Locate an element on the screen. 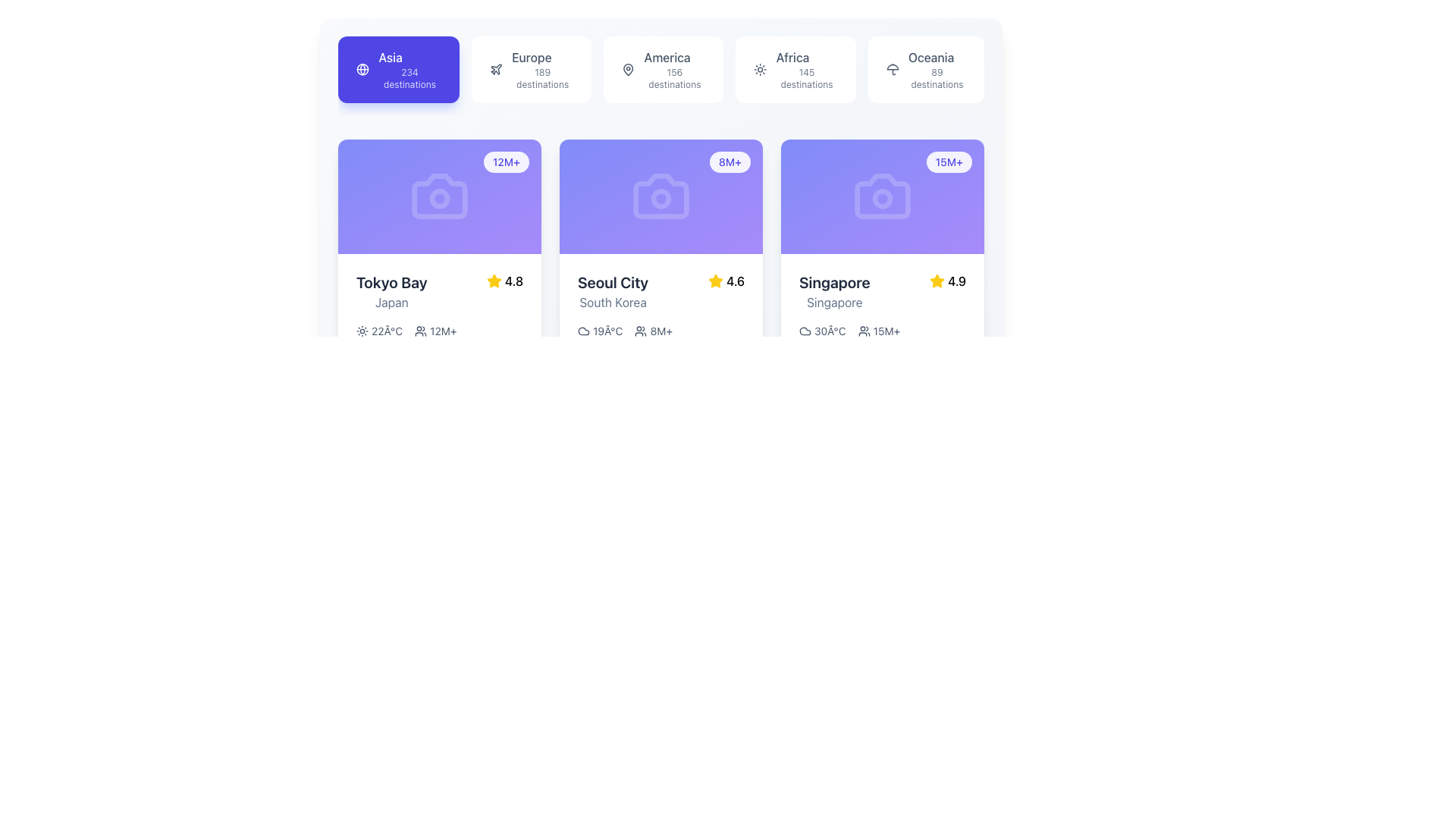  the text label displaying '8M+' paired with a group icon, located in the second column of the three-item horizontal grid layout below the main title and subtitle of the 'Seoul City' card is located at coordinates (654, 330).